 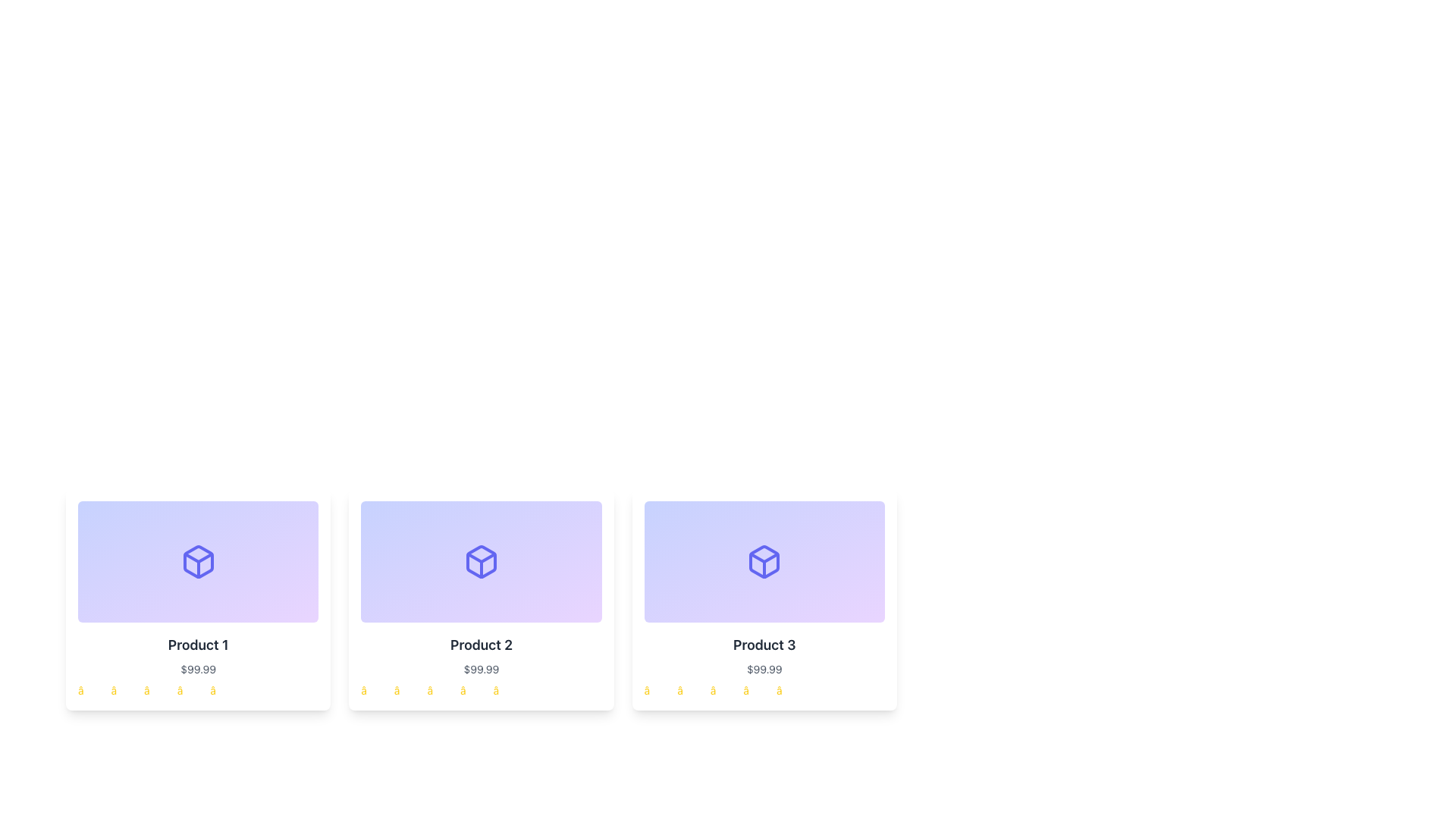 I want to click on the 3D geometric box icon with blue outlines located in the purple gradient section of the 'Product 1' card, so click(x=197, y=561).